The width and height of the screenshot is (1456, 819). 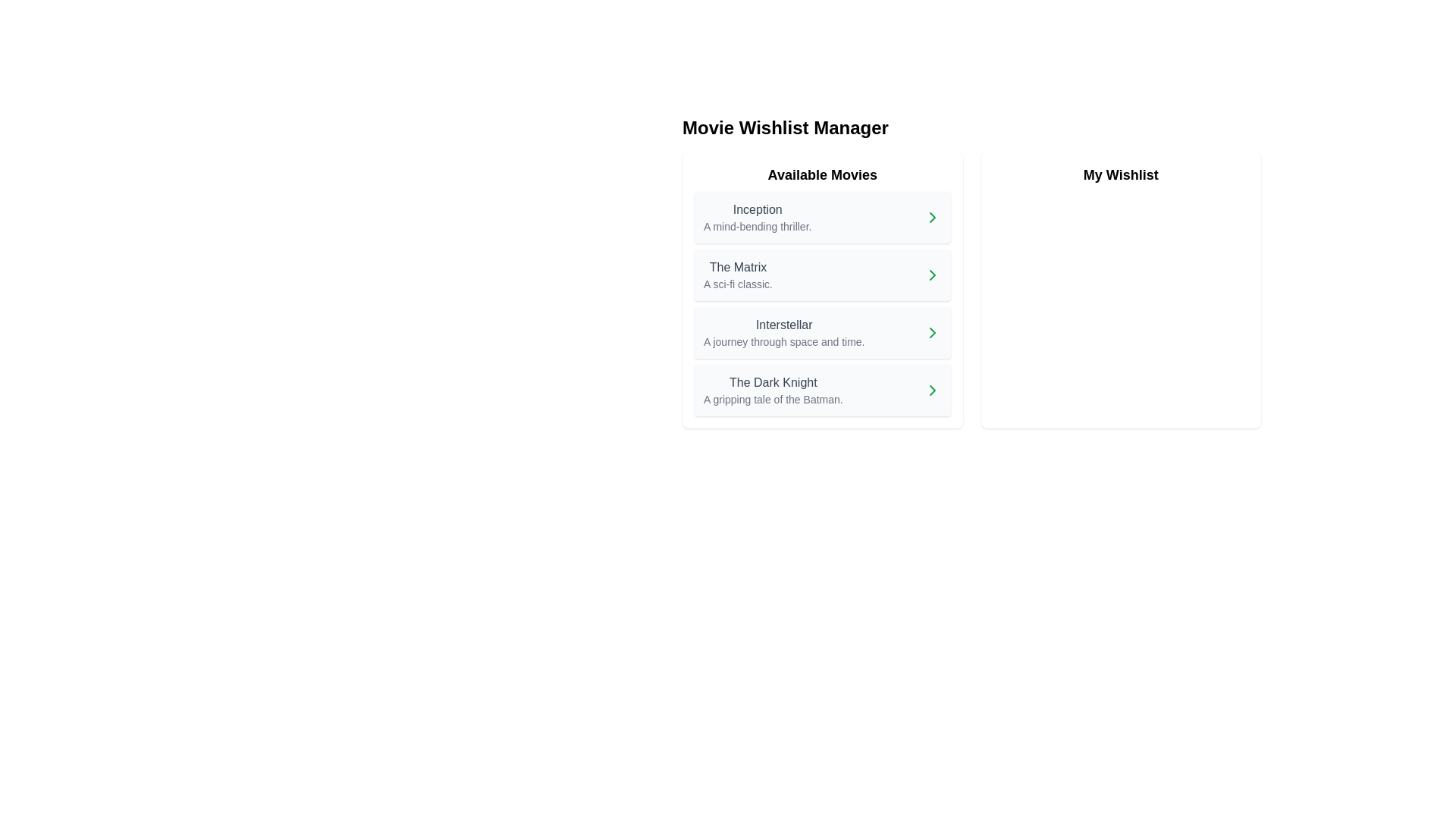 I want to click on the static text label displaying 'Interstellar', which is positioned as the main title in the third item of the 'Available Movies' list on the left side of the interface, so click(x=784, y=324).